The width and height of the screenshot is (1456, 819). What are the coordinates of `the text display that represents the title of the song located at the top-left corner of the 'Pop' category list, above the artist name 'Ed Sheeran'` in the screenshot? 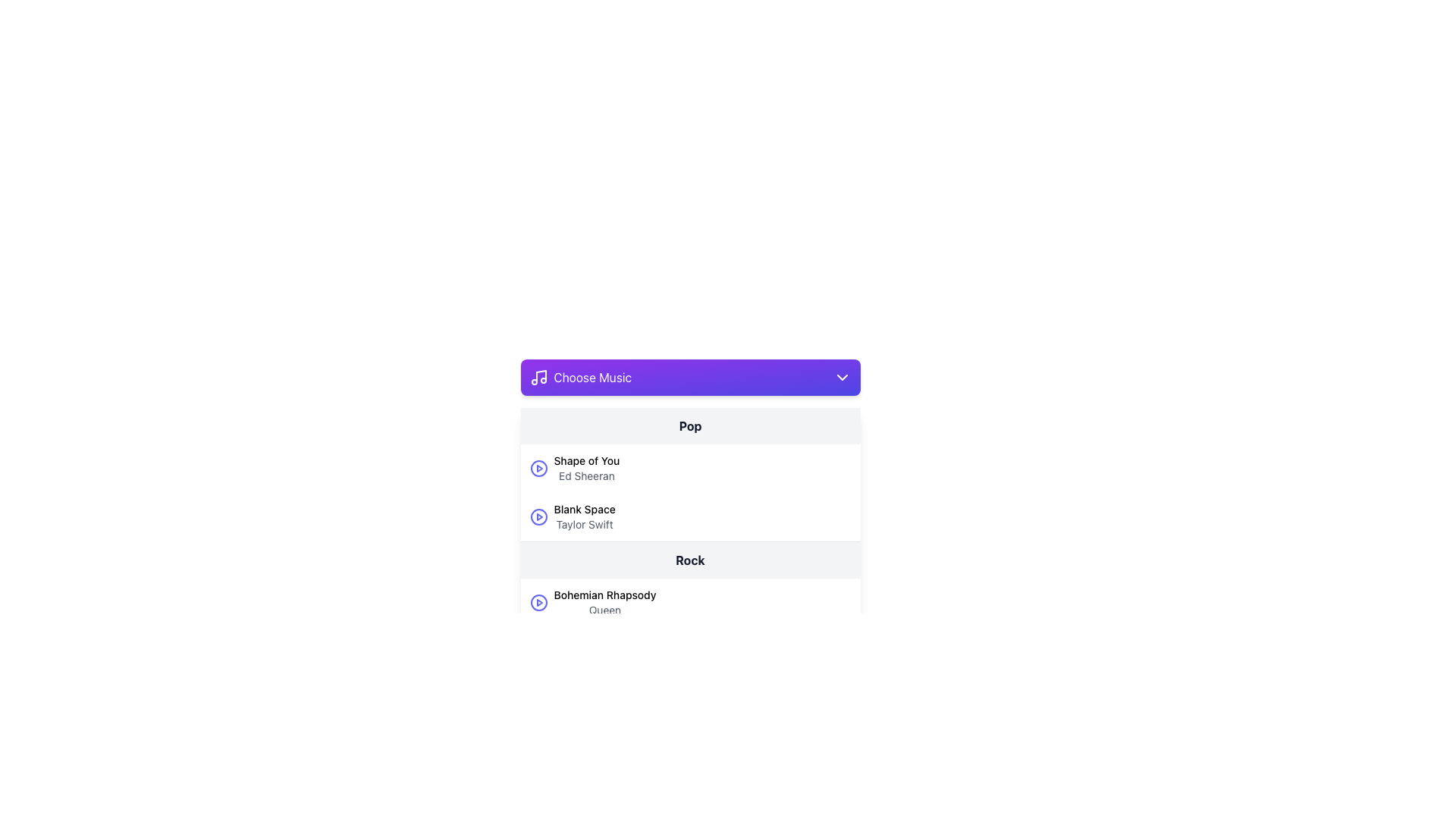 It's located at (585, 460).